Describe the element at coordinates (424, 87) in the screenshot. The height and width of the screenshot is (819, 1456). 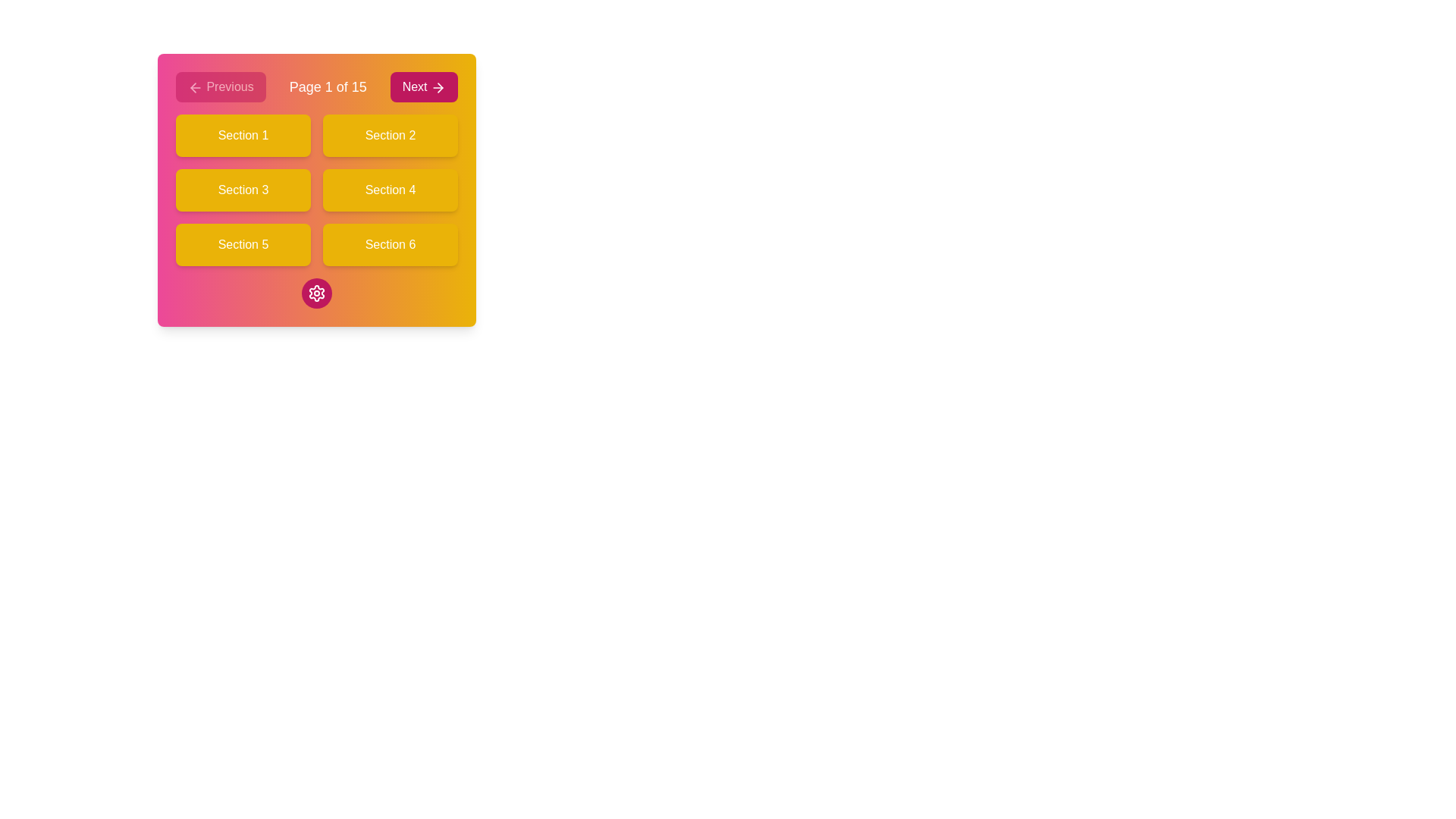
I see `the Next button located in the upper-right corner of the pagination controls` at that location.